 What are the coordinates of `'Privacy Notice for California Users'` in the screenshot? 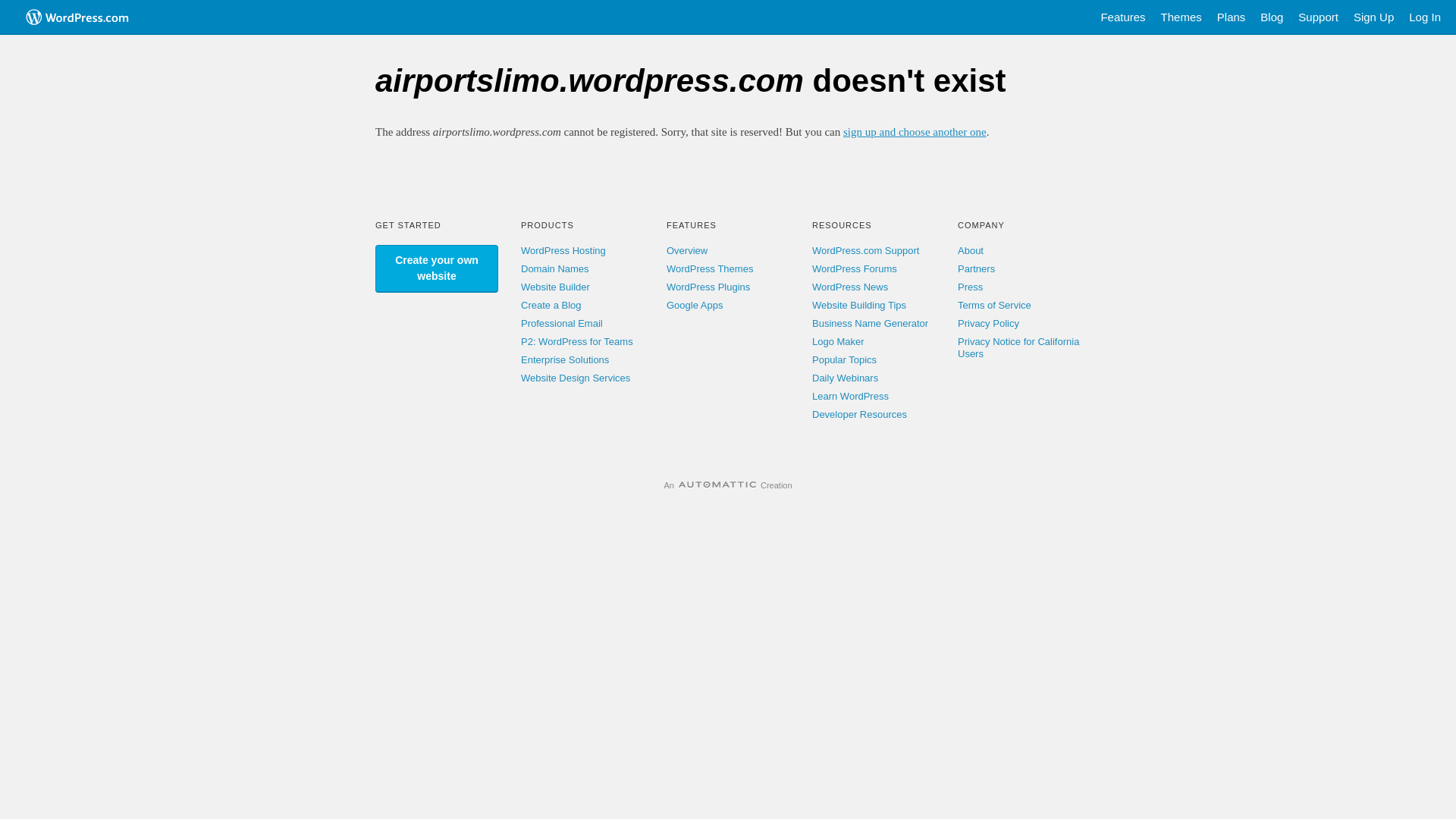 It's located at (1018, 347).